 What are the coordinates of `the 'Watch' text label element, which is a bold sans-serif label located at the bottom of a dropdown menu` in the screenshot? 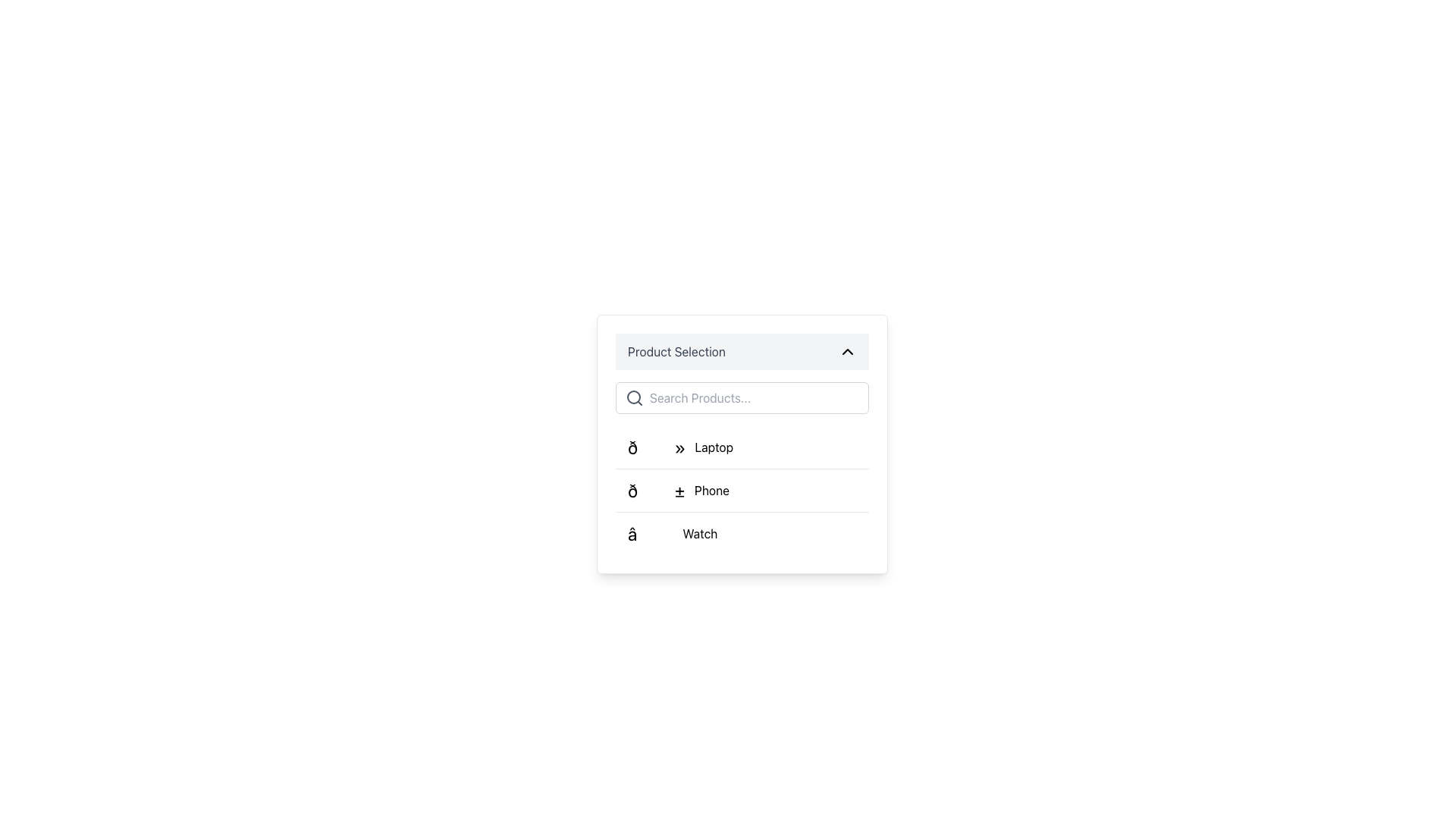 It's located at (699, 533).